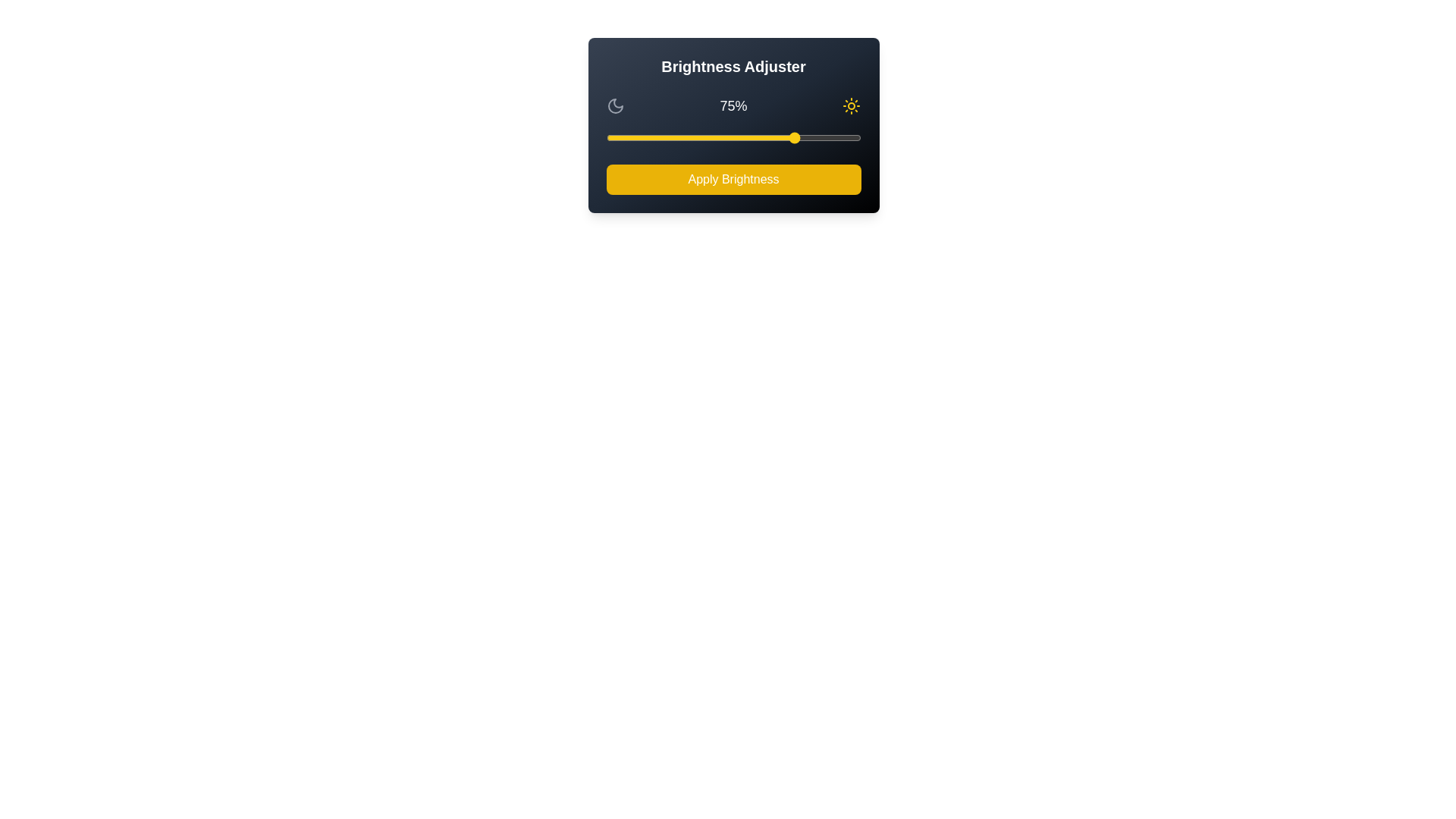 This screenshot has width=1456, height=819. Describe the element at coordinates (852, 105) in the screenshot. I see `the Sun icon to interact with it` at that location.